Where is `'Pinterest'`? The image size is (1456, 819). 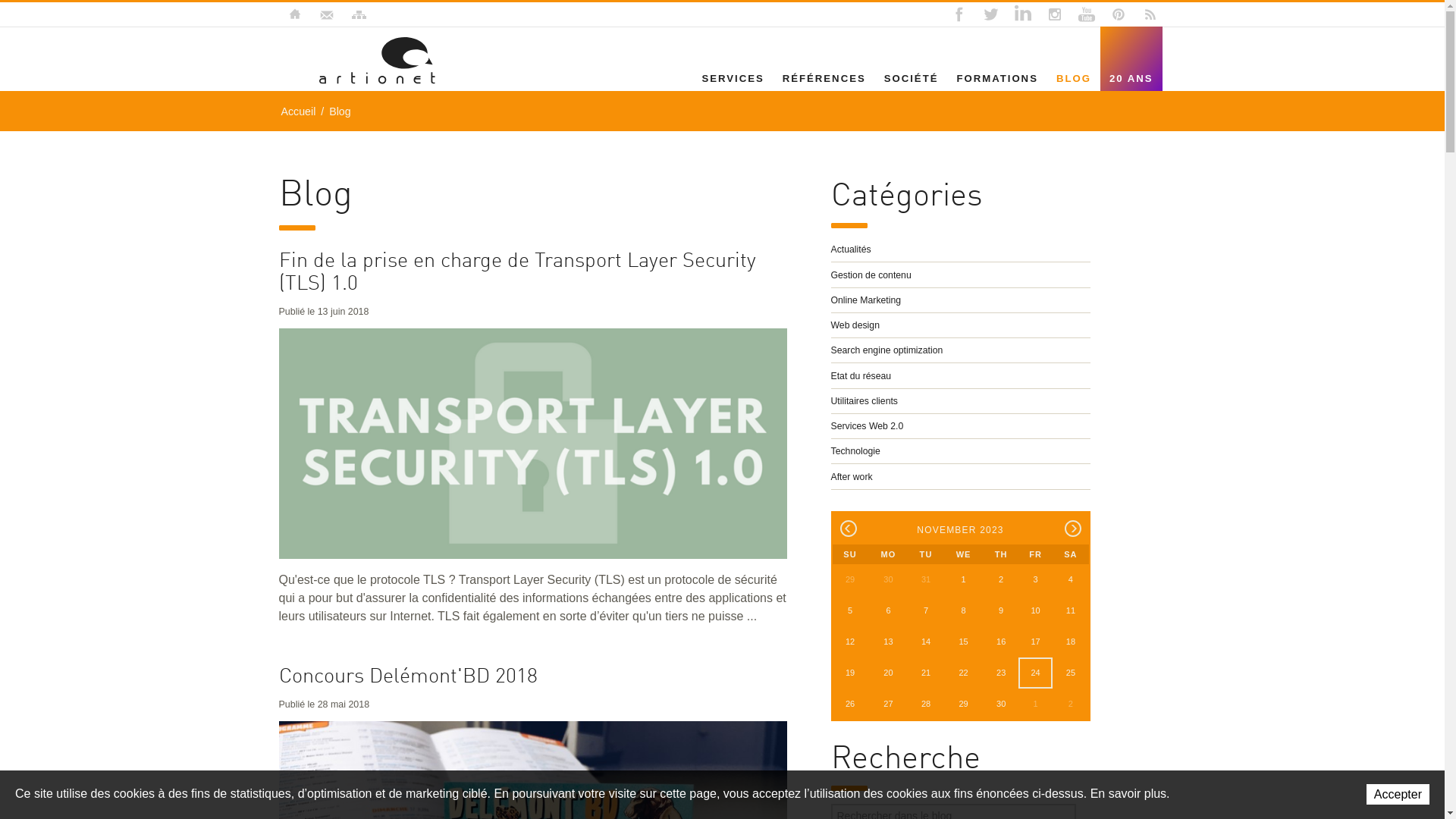 'Pinterest' is located at coordinates (1117, 14).